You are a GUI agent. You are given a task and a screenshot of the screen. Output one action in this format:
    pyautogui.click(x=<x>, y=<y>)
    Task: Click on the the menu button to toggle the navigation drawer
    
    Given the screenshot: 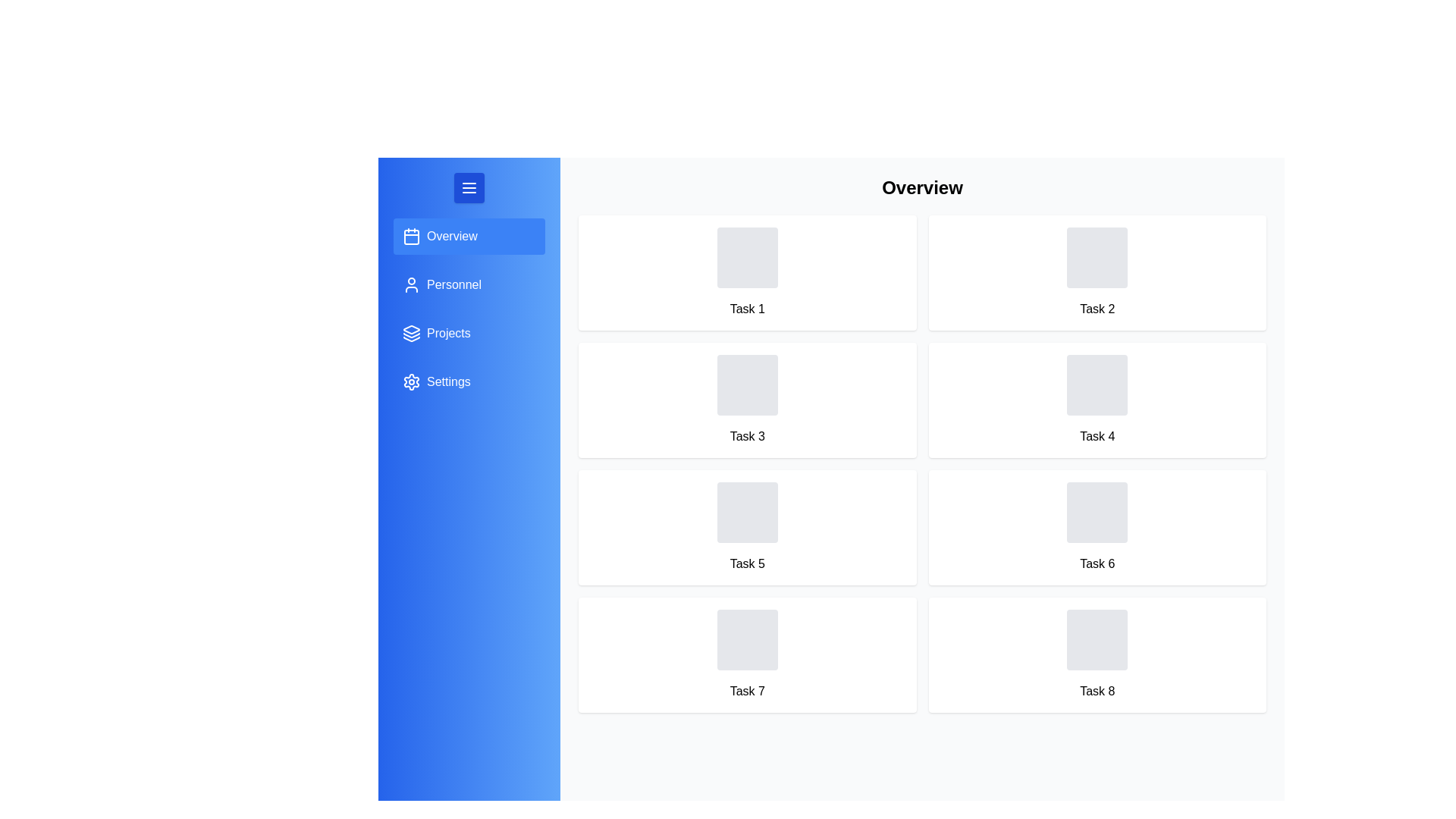 What is the action you would take?
    pyautogui.click(x=469, y=187)
    